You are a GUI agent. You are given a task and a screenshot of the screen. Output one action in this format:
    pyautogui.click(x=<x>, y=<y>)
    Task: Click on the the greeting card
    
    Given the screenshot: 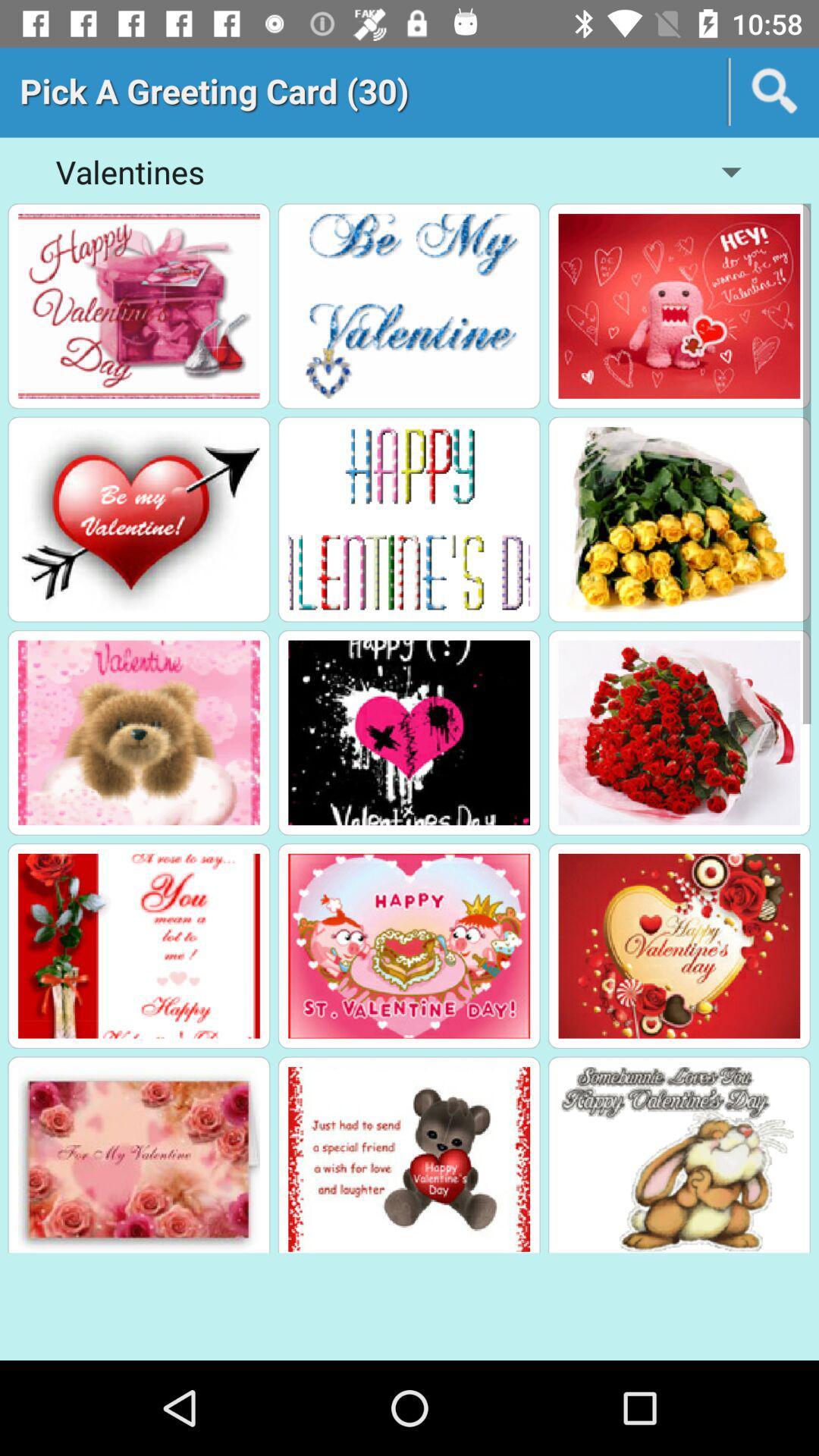 What is the action you would take?
    pyautogui.click(x=139, y=733)
    